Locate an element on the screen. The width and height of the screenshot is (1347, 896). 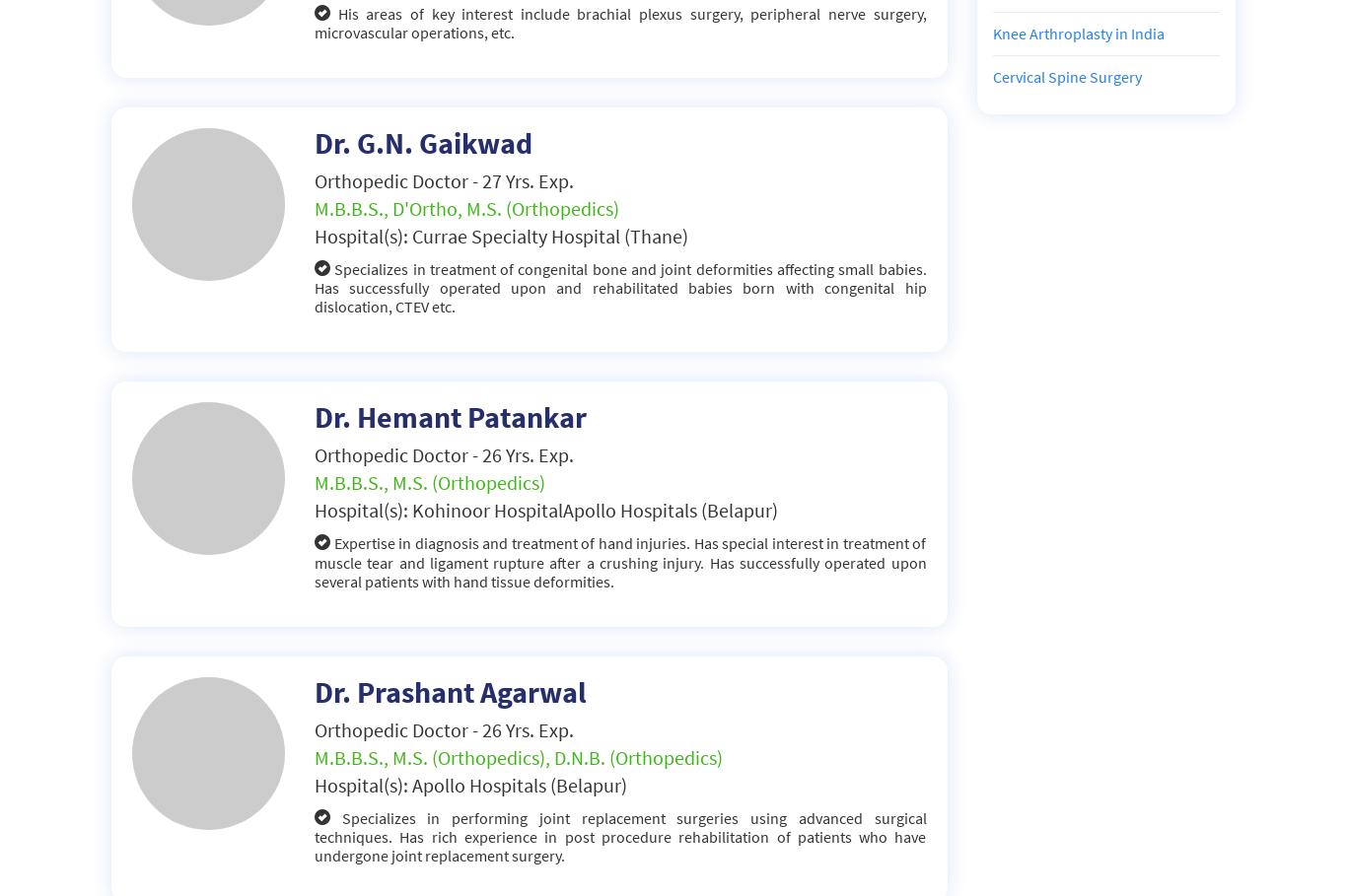
'M.B.B.S., M.S. (Orthopedics), D.N.B. (Orthopedics)' is located at coordinates (519, 757).